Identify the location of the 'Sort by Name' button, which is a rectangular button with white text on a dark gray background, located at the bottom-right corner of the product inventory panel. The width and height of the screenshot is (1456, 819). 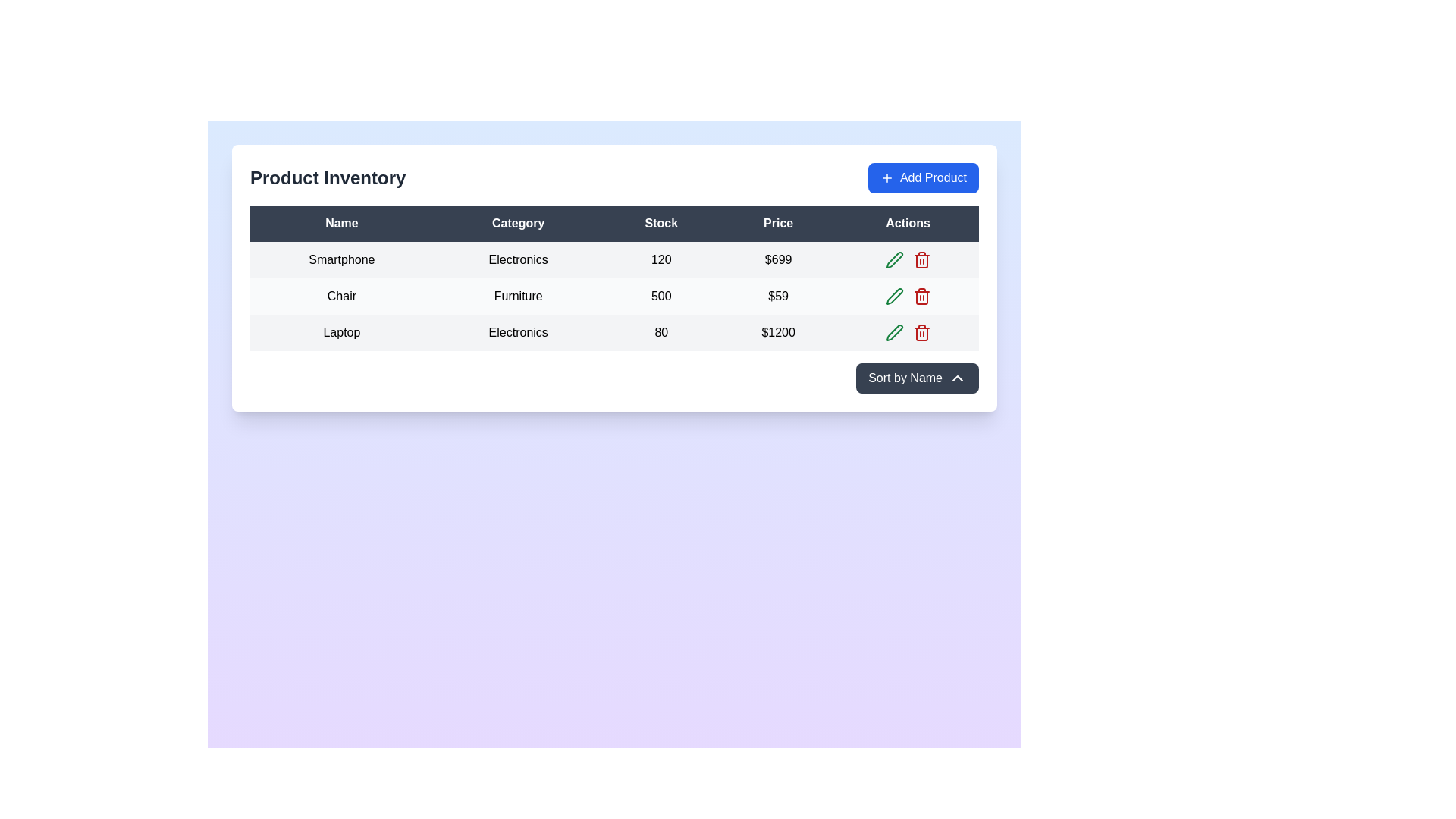
(917, 377).